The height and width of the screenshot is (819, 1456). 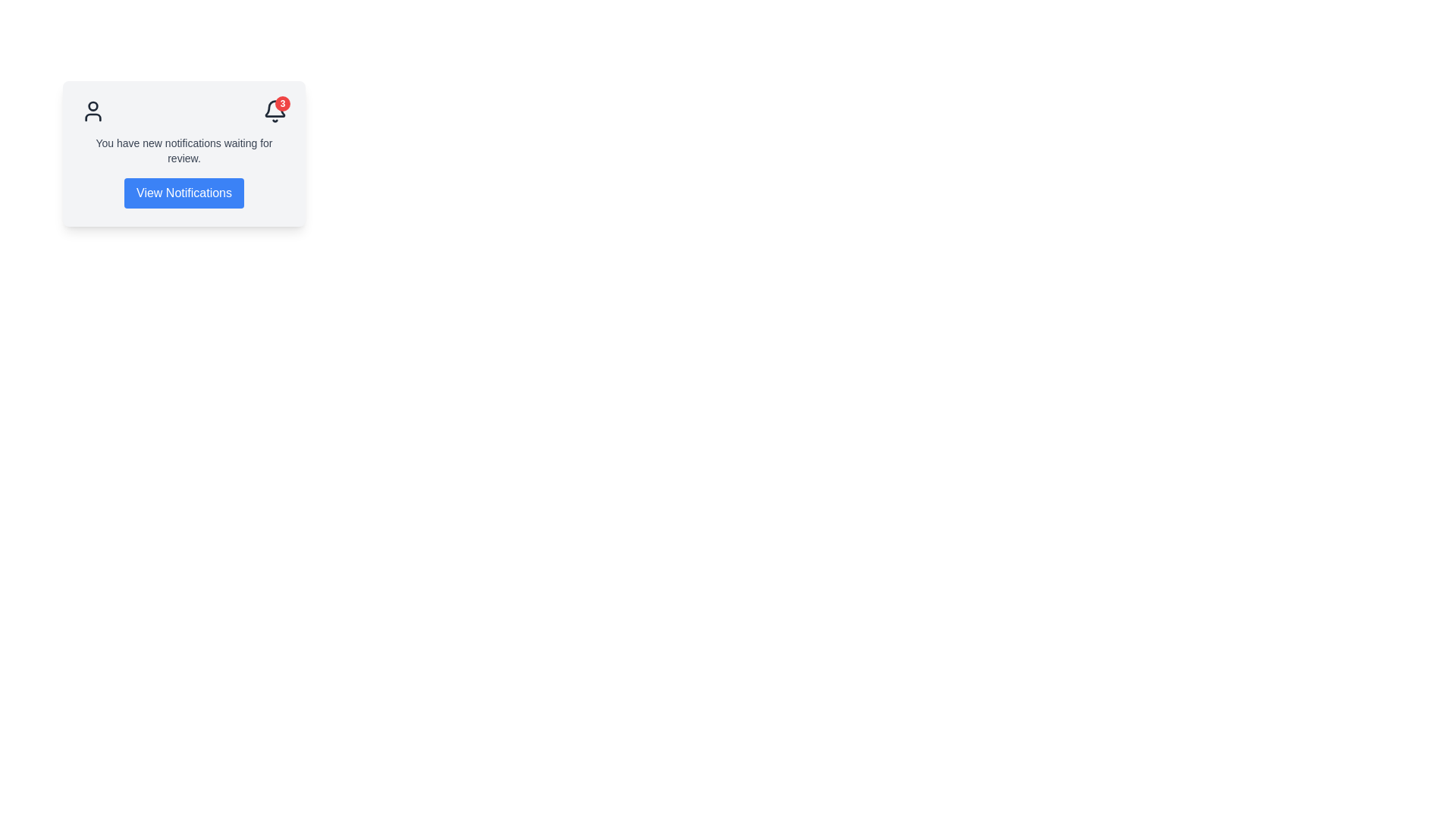 I want to click on the badge notification counter positioned at the top-right corner of the notification bell icon, which indicates the number of pending notifications, so click(x=283, y=103).